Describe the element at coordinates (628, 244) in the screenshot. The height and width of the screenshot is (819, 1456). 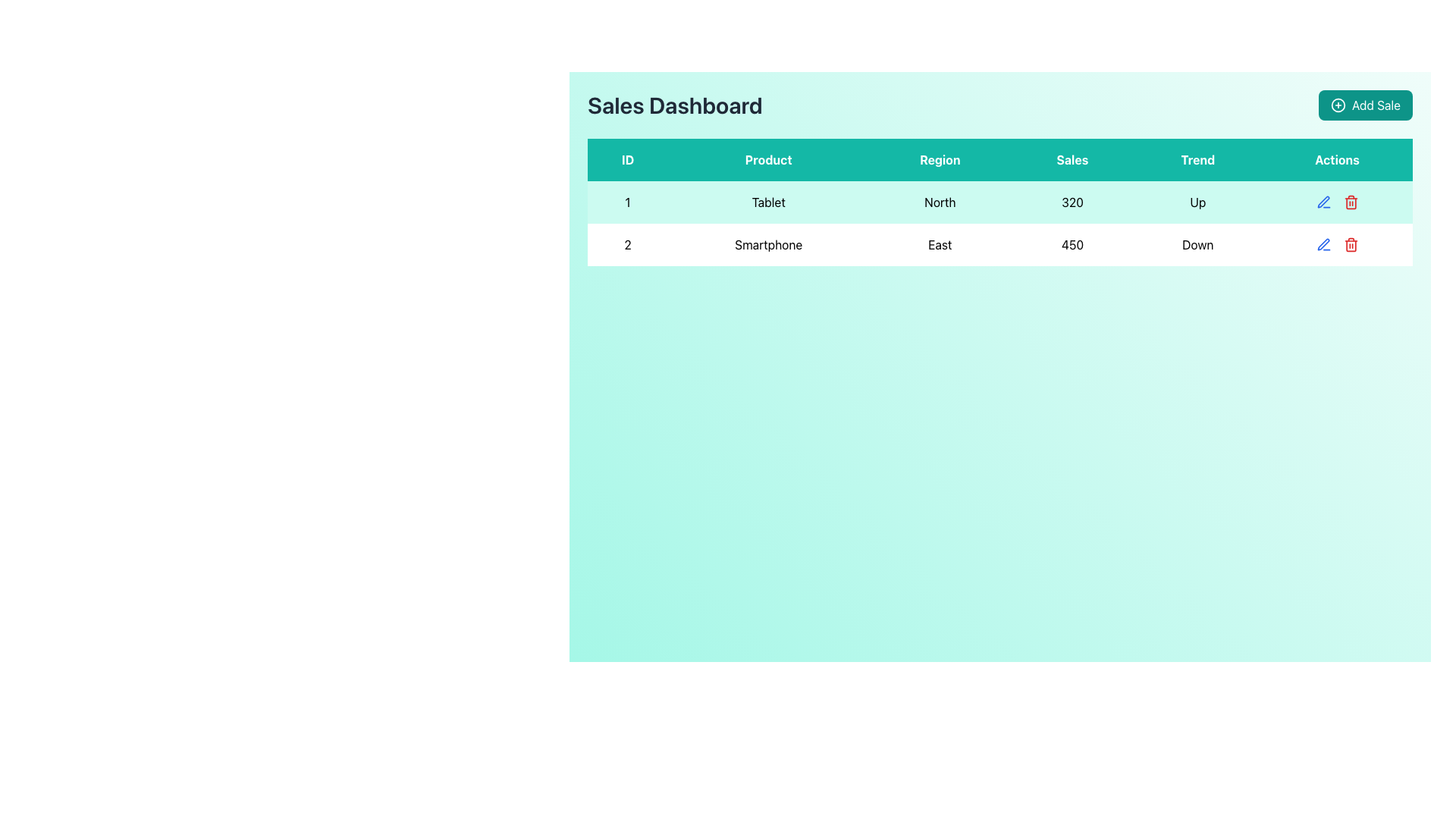
I see `the bold black numeral '2' in the 'ID' column of the second row in the sales table` at that location.